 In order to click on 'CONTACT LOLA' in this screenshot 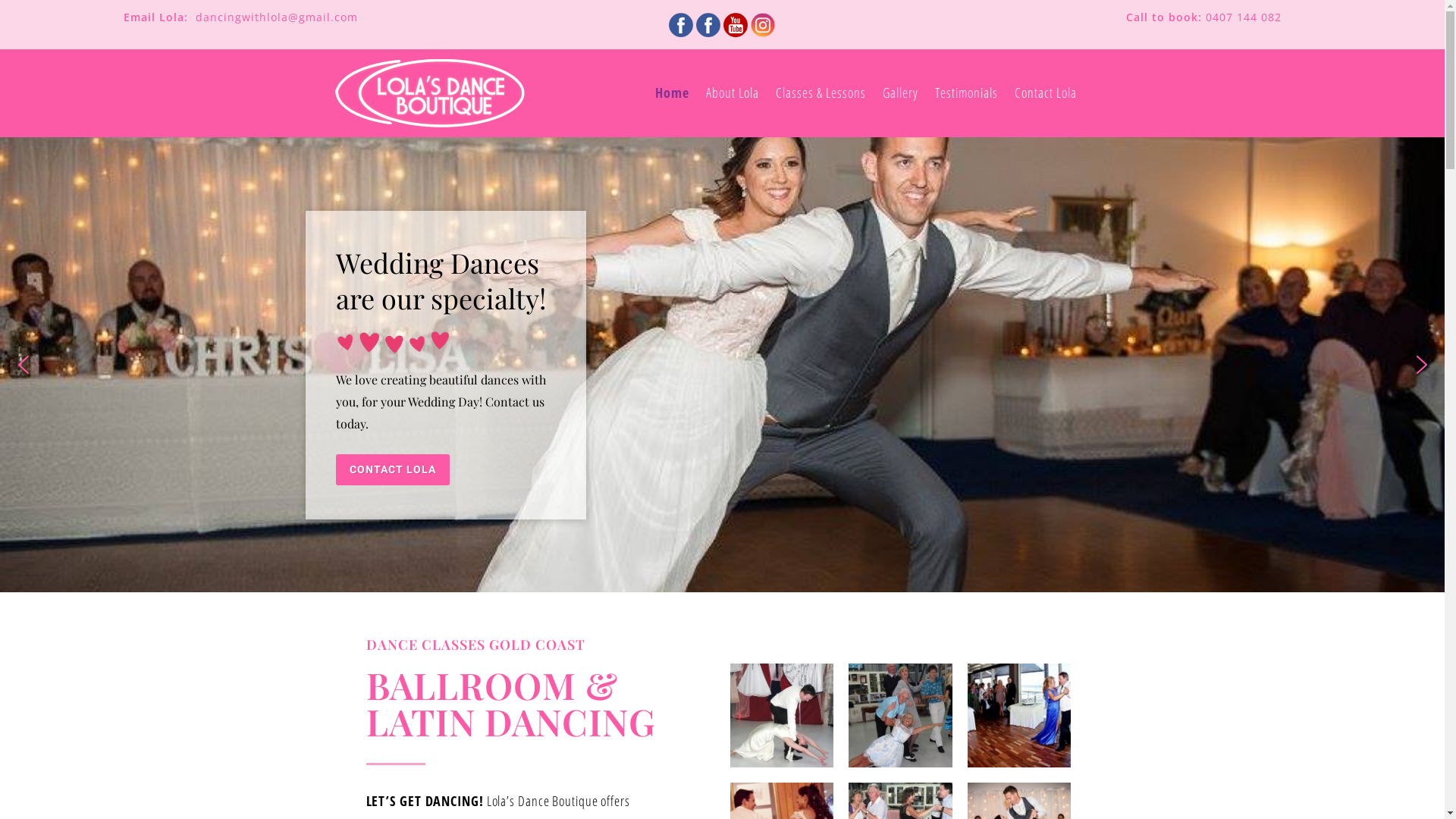, I will do `click(392, 469)`.